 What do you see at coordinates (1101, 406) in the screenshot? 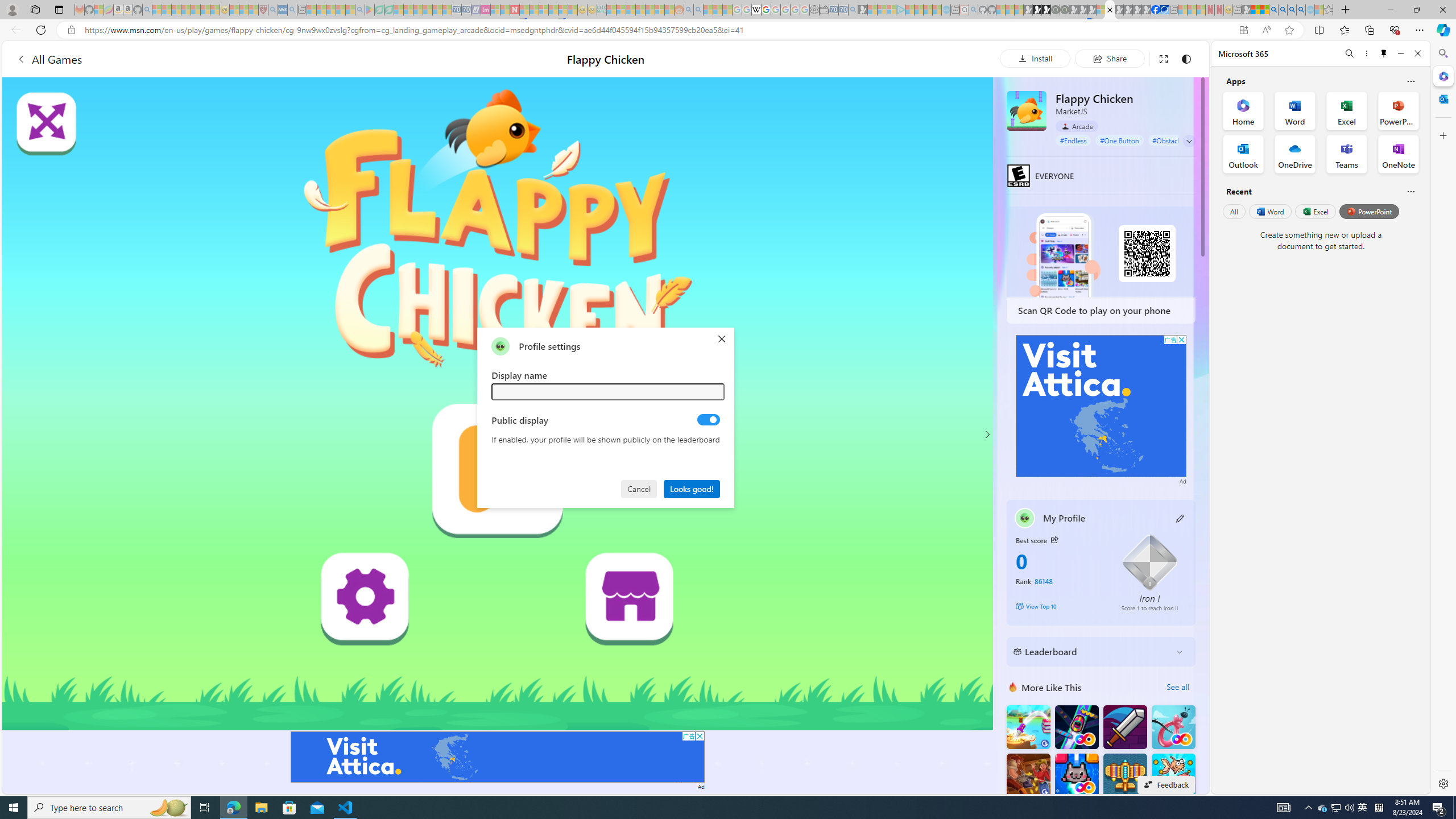
I see `'Advertisement'` at bounding box center [1101, 406].